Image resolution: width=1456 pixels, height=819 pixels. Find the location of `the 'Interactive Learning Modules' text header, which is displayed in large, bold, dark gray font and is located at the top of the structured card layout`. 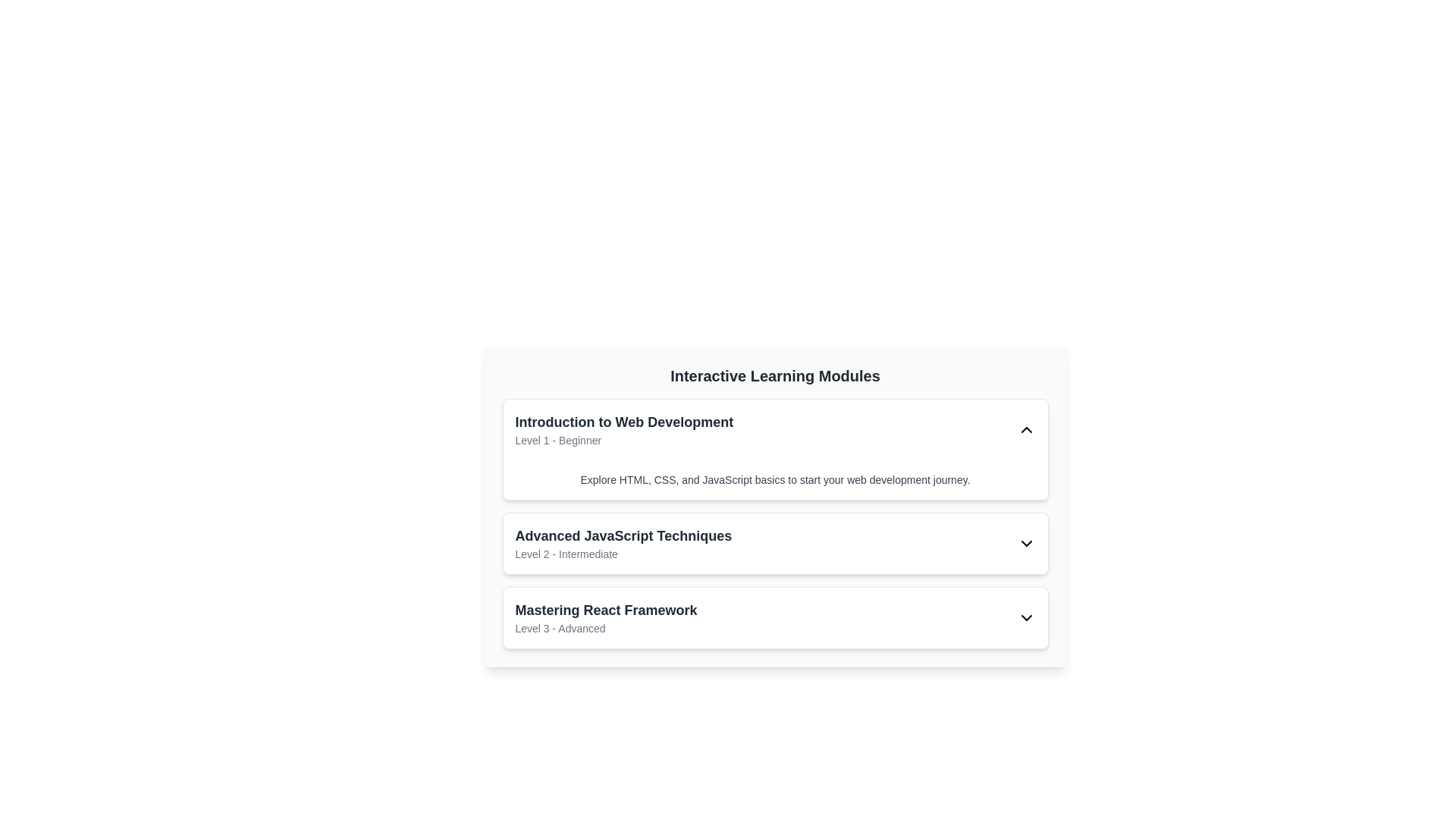

the 'Interactive Learning Modules' text header, which is displayed in large, bold, dark gray font and is located at the top of the structured card layout is located at coordinates (775, 375).